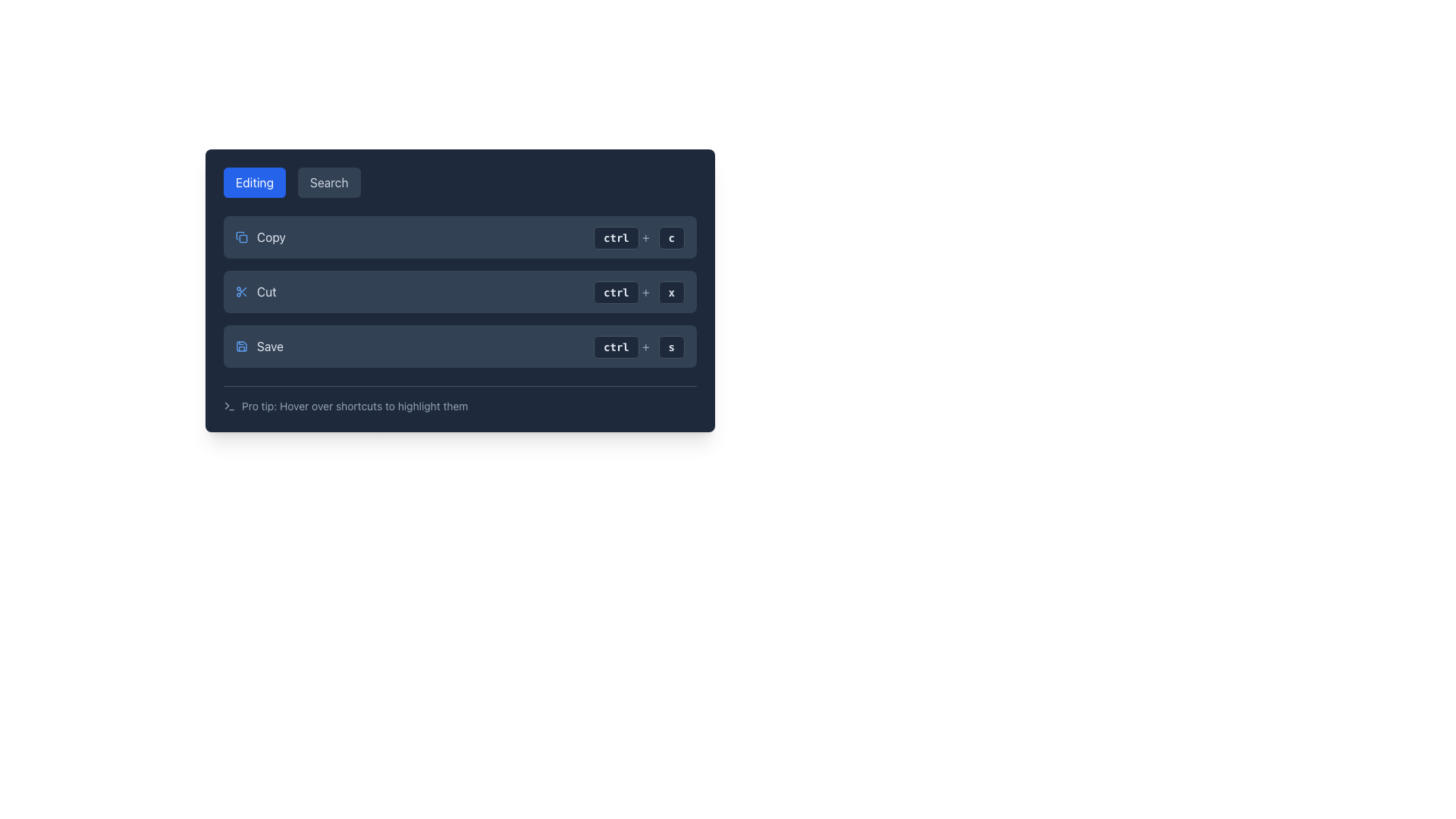 The height and width of the screenshot is (819, 1456). I want to click on the button-like element displaying 'ctrl' with a dark gray background and rounded corners, which is the leftmost component of the shortcut combination 'ctrl + c', so click(616, 237).